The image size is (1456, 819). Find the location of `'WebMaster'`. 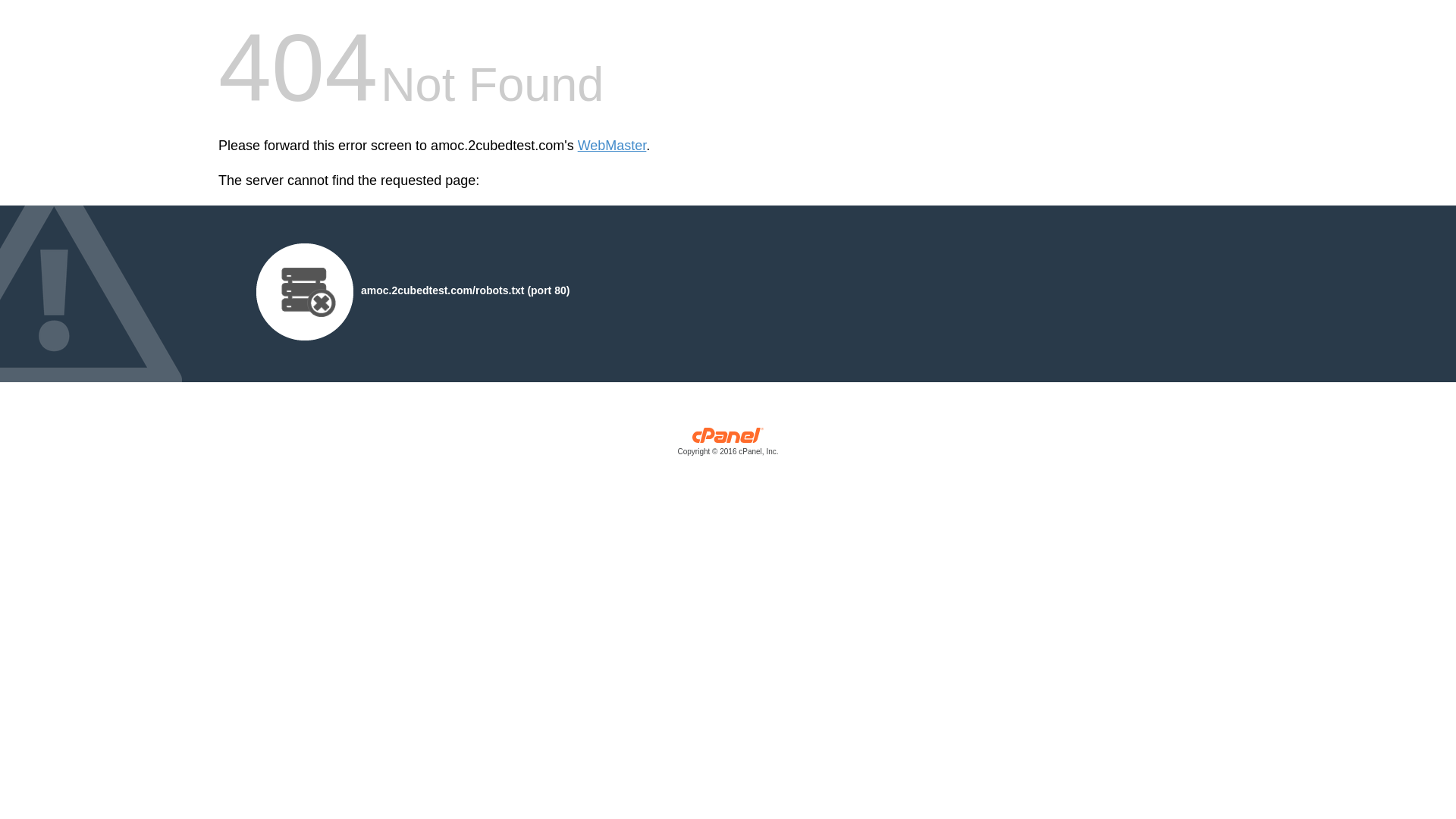

'WebMaster' is located at coordinates (577, 146).